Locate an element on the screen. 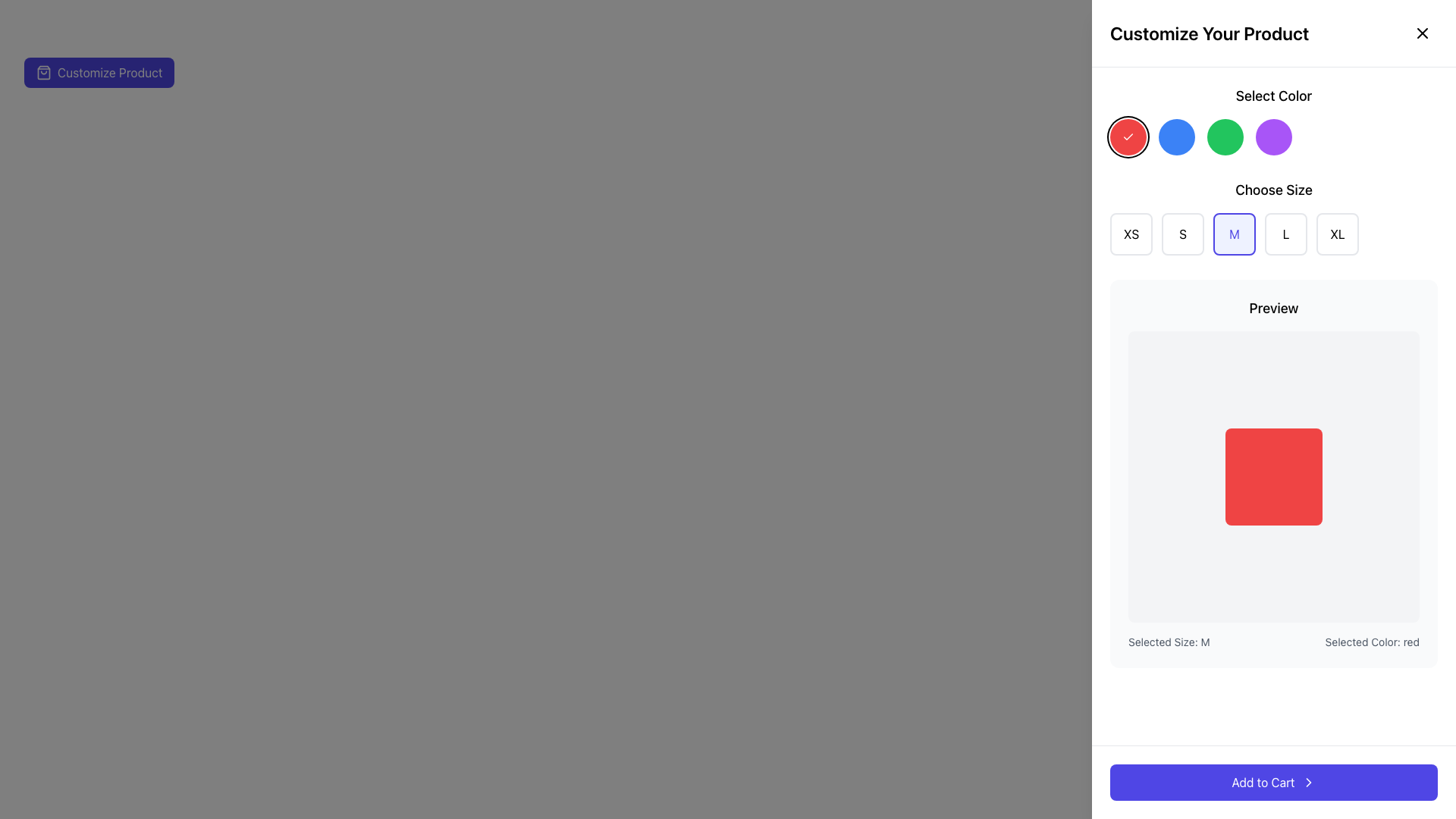 The height and width of the screenshot is (819, 1456). the 'X' icon button located at the top right corner of the panel to trigger its hover effects is located at coordinates (1422, 33).